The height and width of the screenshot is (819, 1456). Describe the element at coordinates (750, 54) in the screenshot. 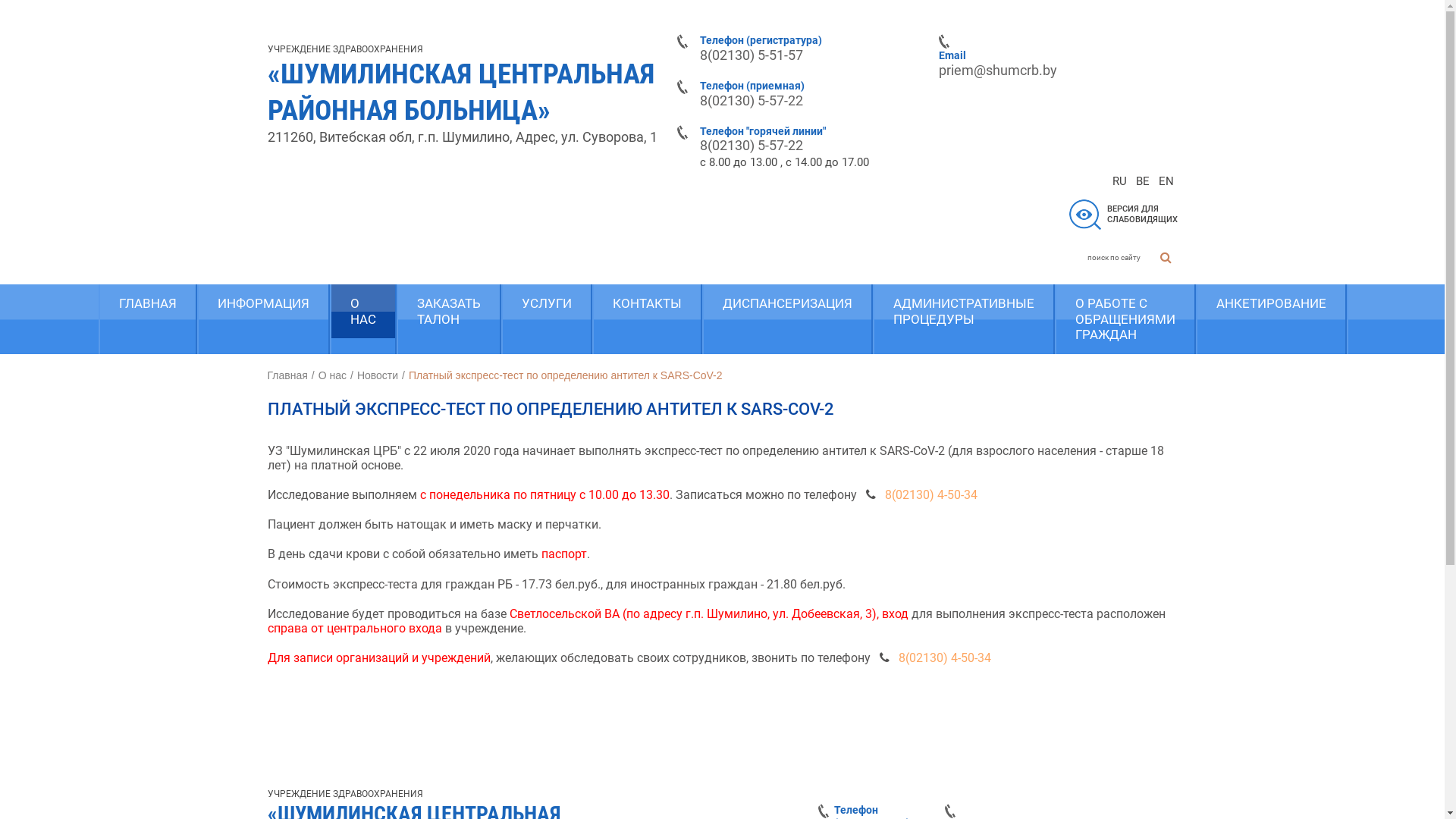

I see `'8(02130) 5-51-57'` at that location.